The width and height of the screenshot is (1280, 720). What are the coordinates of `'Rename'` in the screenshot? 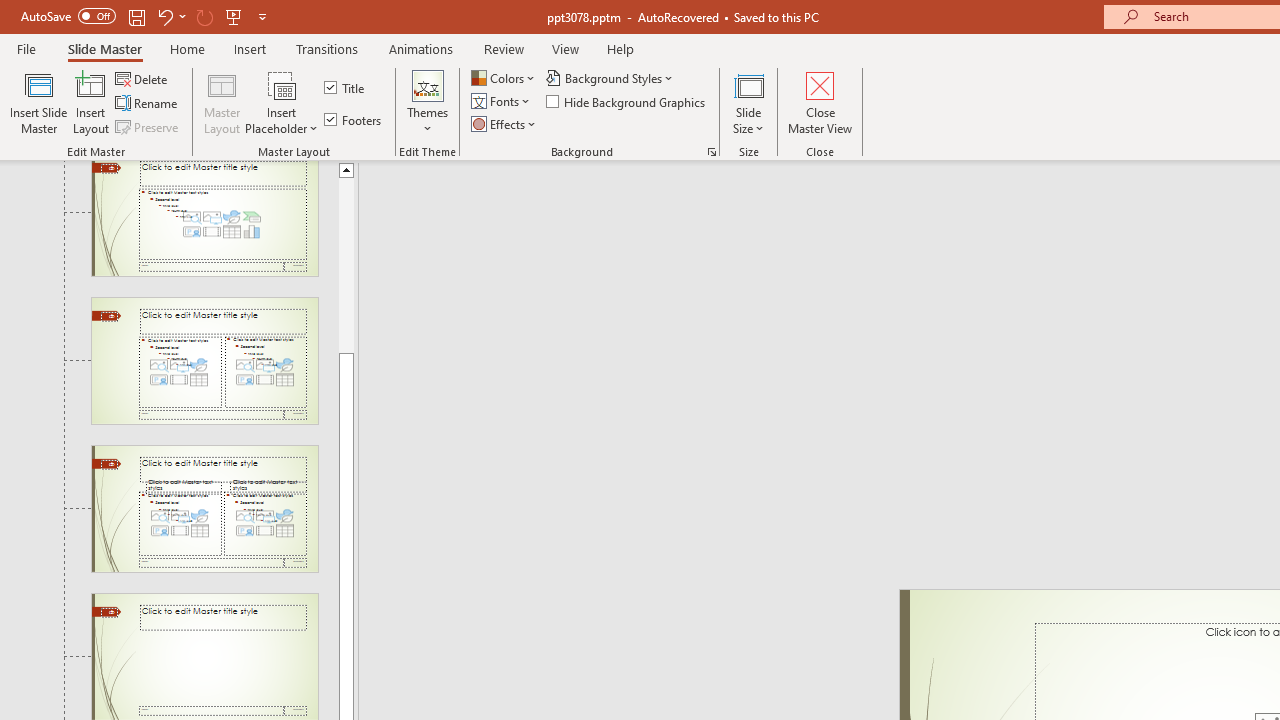 It's located at (147, 103).